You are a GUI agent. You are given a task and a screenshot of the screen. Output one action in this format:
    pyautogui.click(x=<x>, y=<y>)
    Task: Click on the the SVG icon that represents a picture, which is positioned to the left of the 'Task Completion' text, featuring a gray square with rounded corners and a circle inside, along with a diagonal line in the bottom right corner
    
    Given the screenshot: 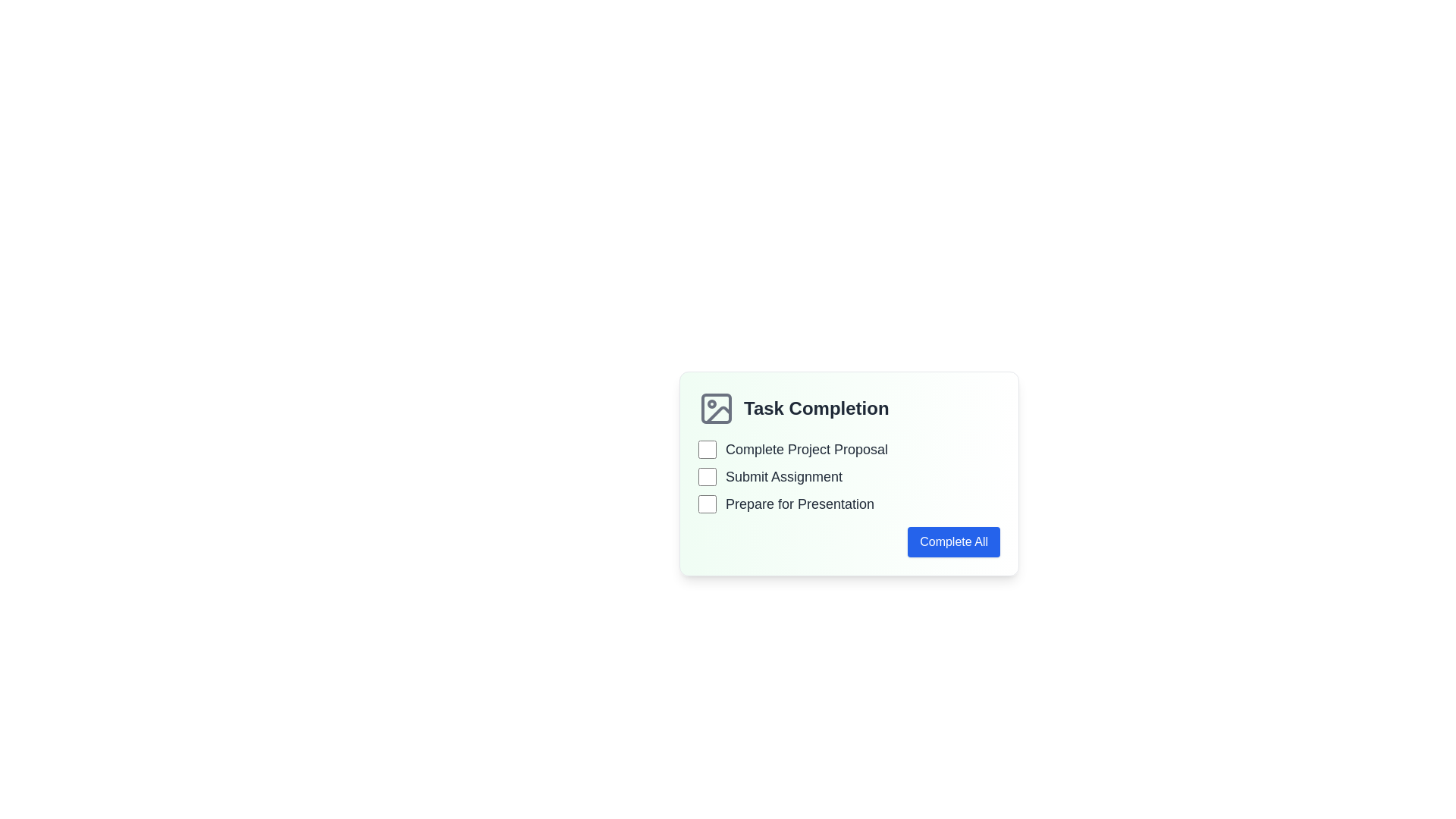 What is the action you would take?
    pyautogui.click(x=716, y=408)
    